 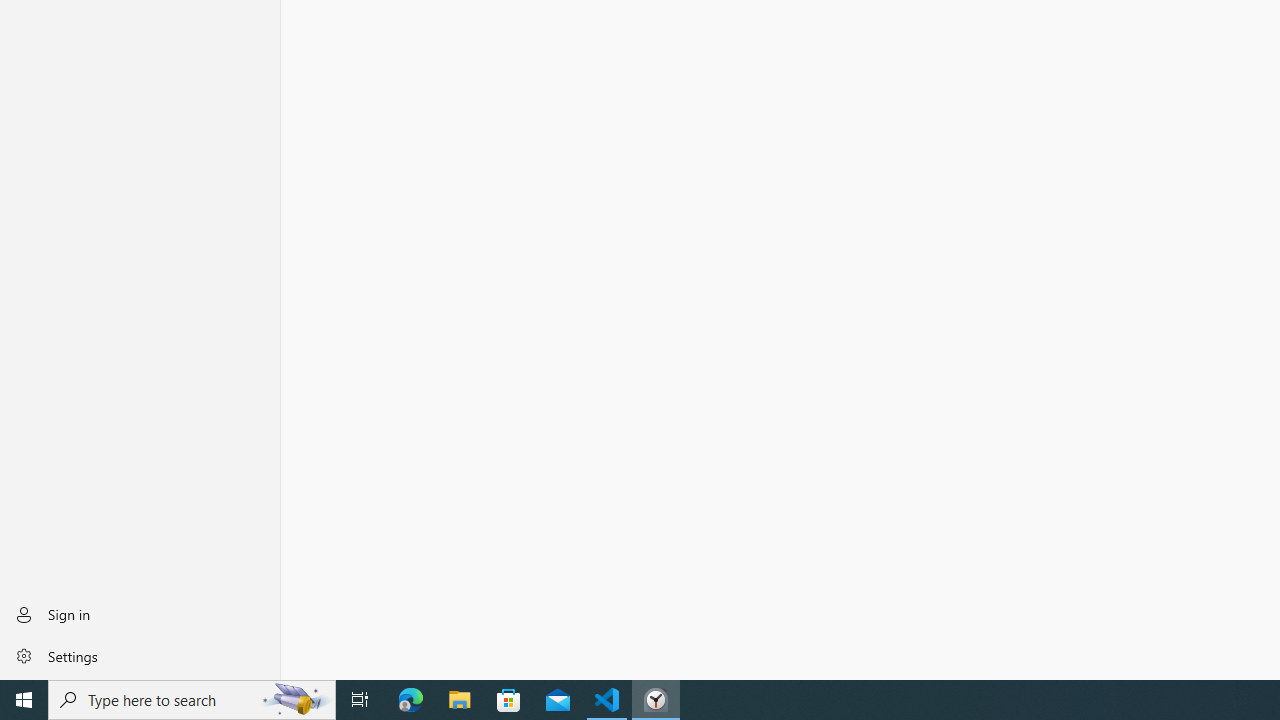 I want to click on 'Clock - 1 running window', so click(x=656, y=698).